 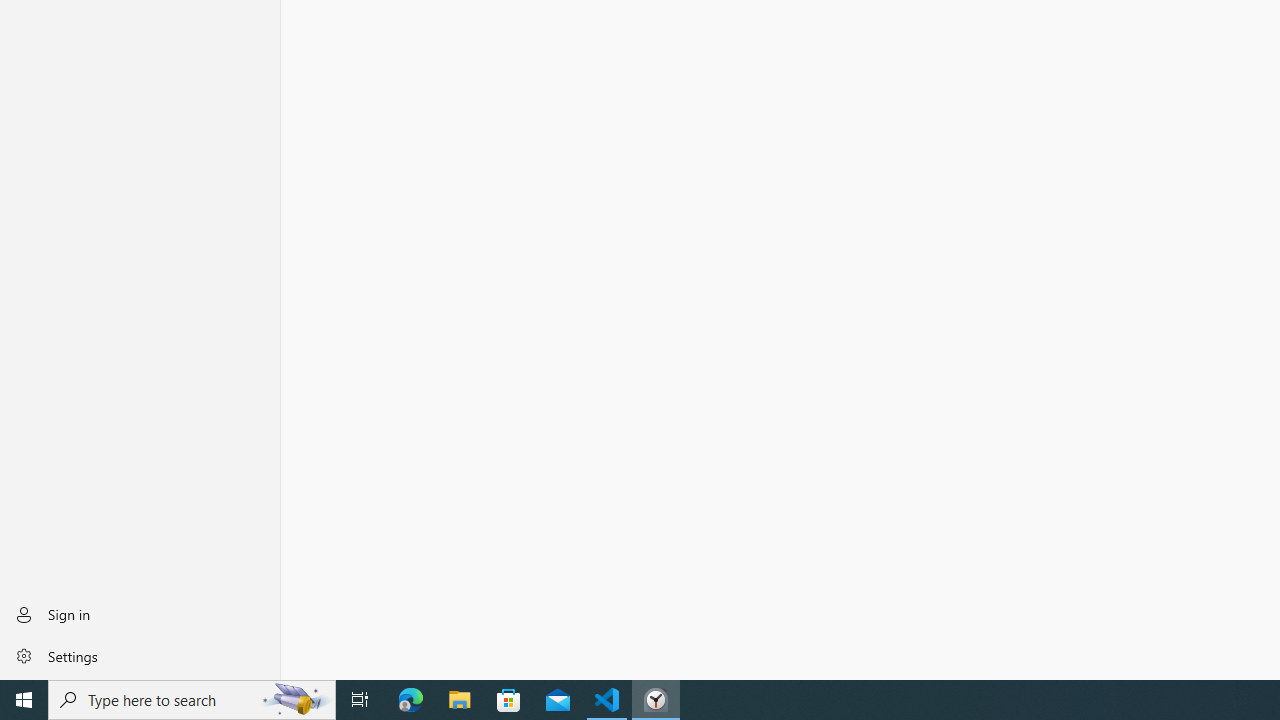 I want to click on 'Clock - 1 running window', so click(x=656, y=698).